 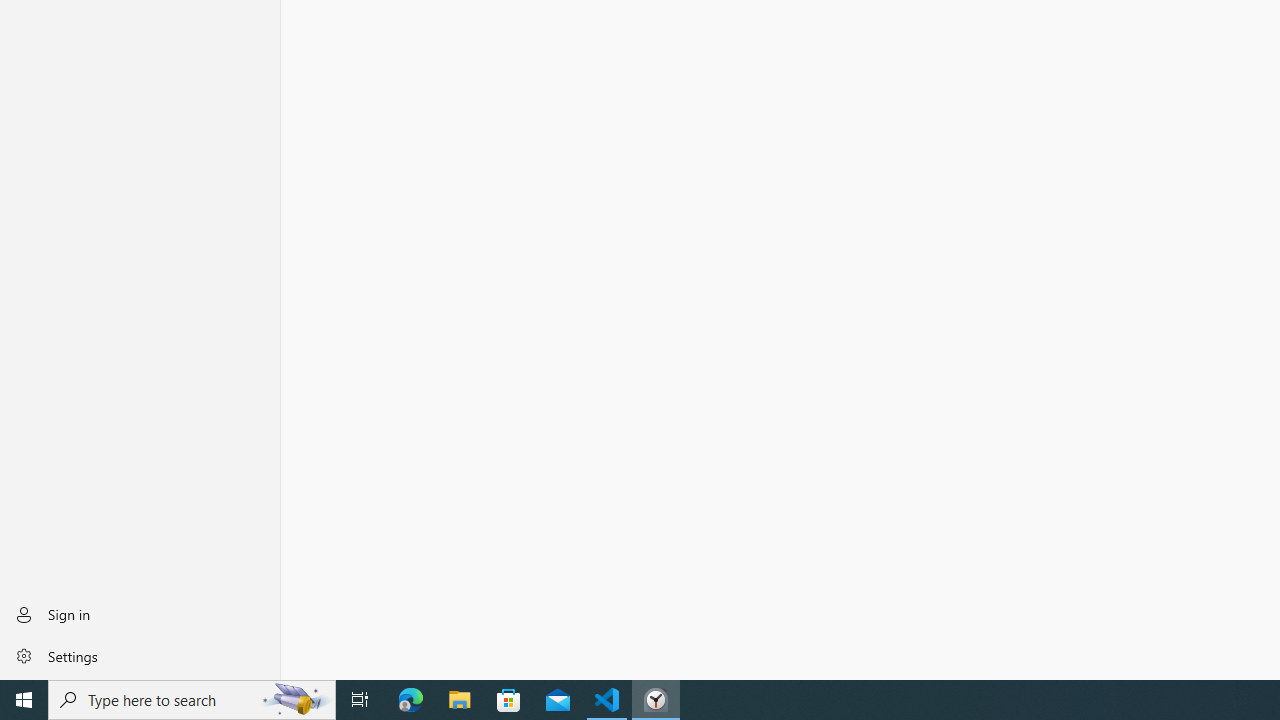 I want to click on 'Clock - 1 running window', so click(x=656, y=698).